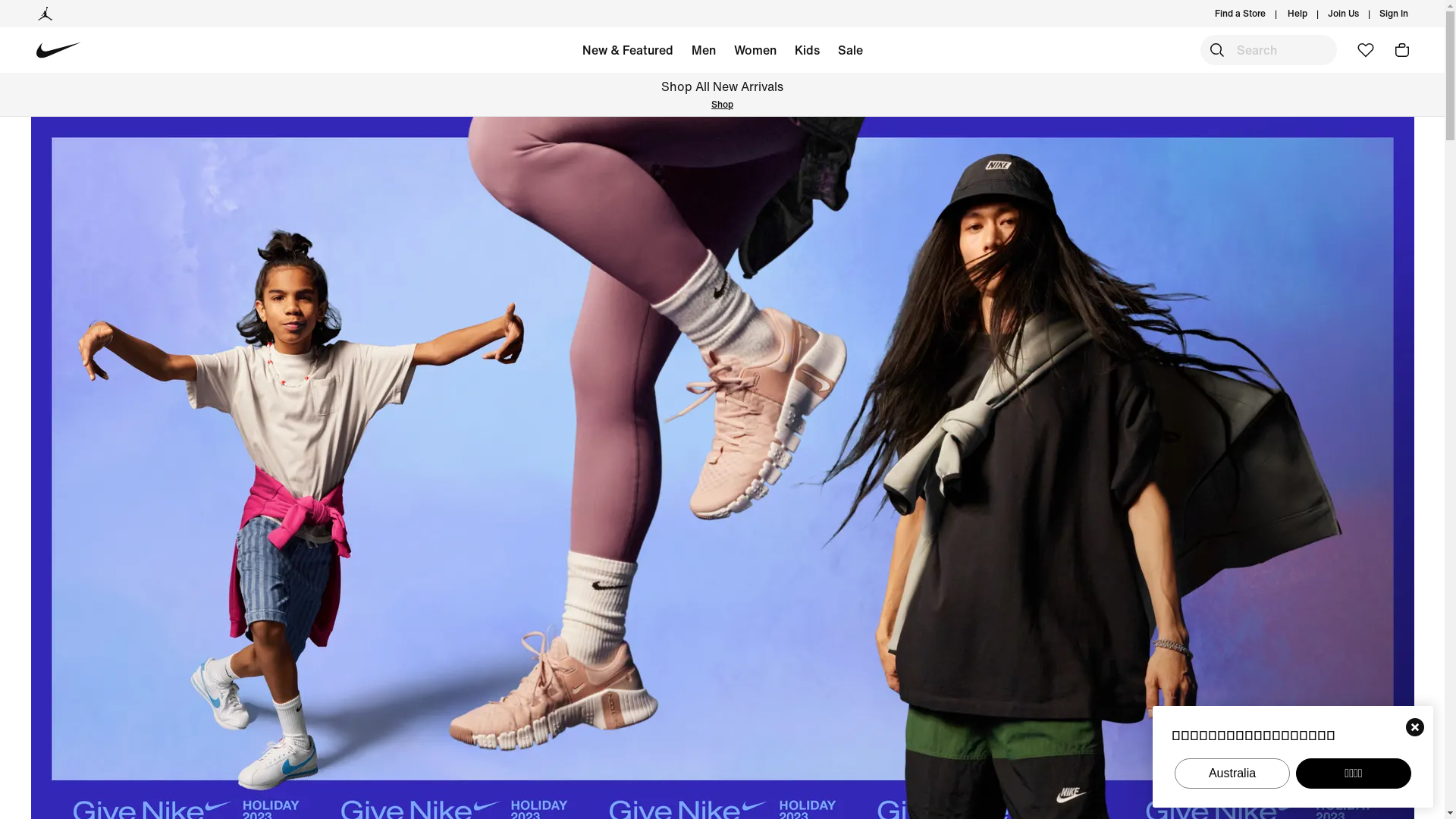 This screenshot has height=819, width=1456. What do you see at coordinates (849, 52) in the screenshot?
I see `'Sale'` at bounding box center [849, 52].